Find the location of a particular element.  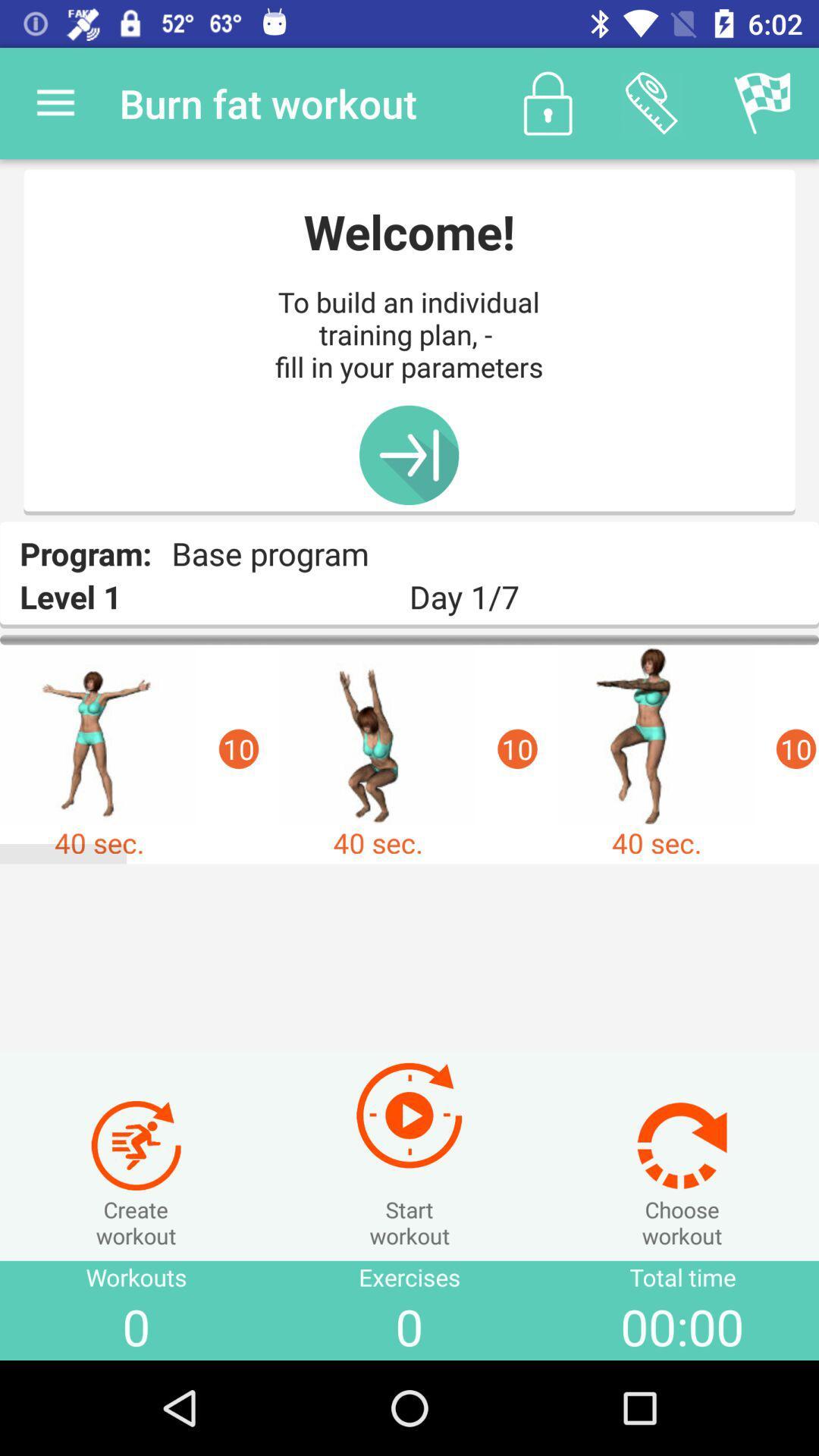

the arrow_forward icon is located at coordinates (408, 454).